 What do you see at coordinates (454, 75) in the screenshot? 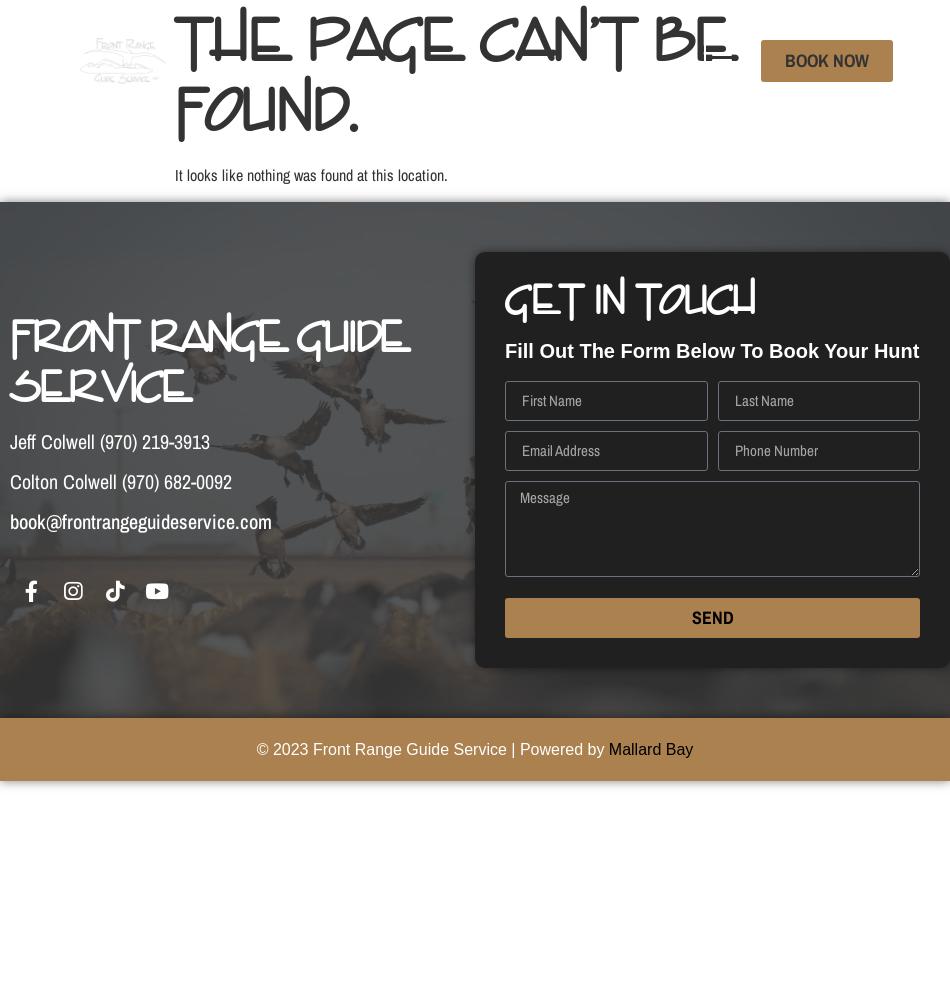
I see `'The page can’t be found.'` at bounding box center [454, 75].